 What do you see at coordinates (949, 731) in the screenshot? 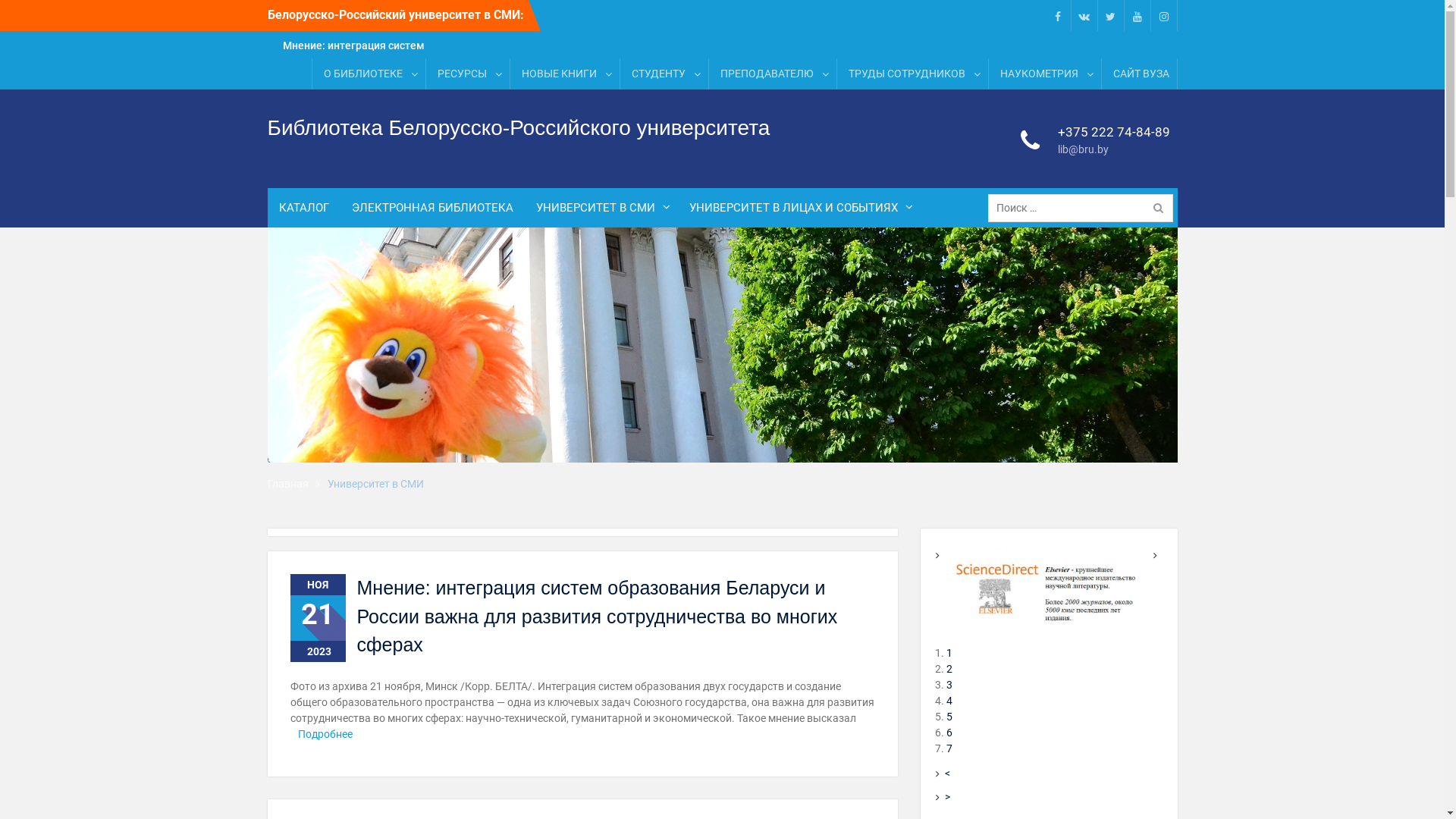
I see `'6'` at bounding box center [949, 731].